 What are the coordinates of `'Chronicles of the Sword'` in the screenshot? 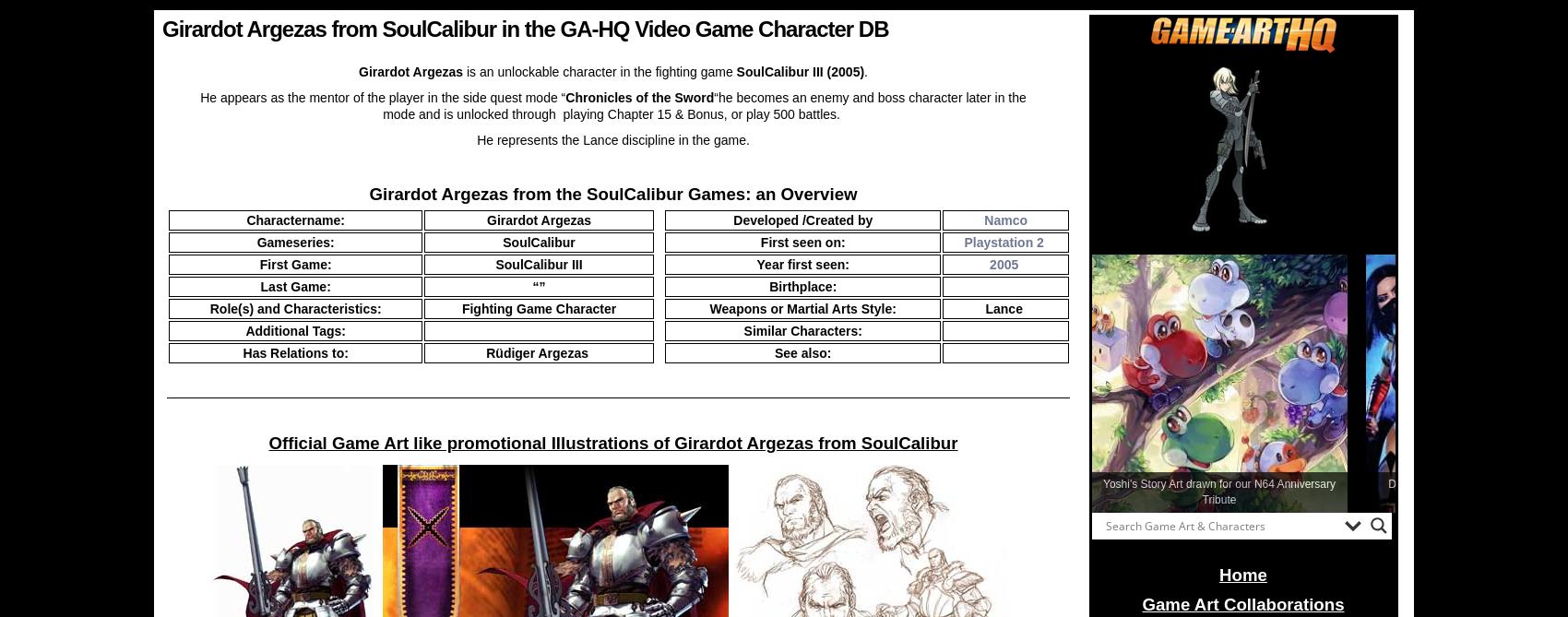 It's located at (639, 97).